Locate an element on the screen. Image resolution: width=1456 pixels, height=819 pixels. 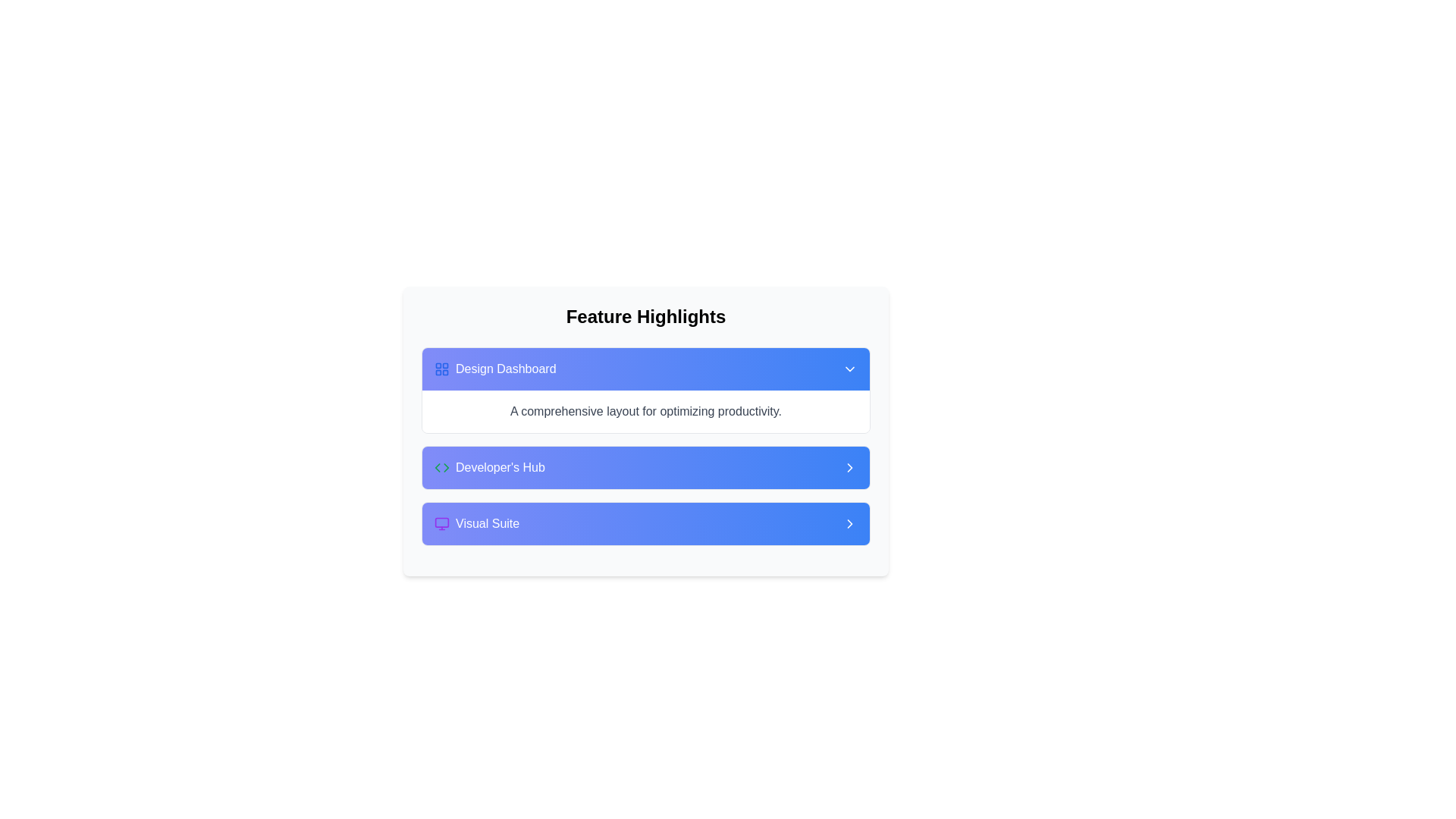
the rightward-pointing chevron icon located at the far-right end of the 'Visual Suite' button is located at coordinates (850, 522).